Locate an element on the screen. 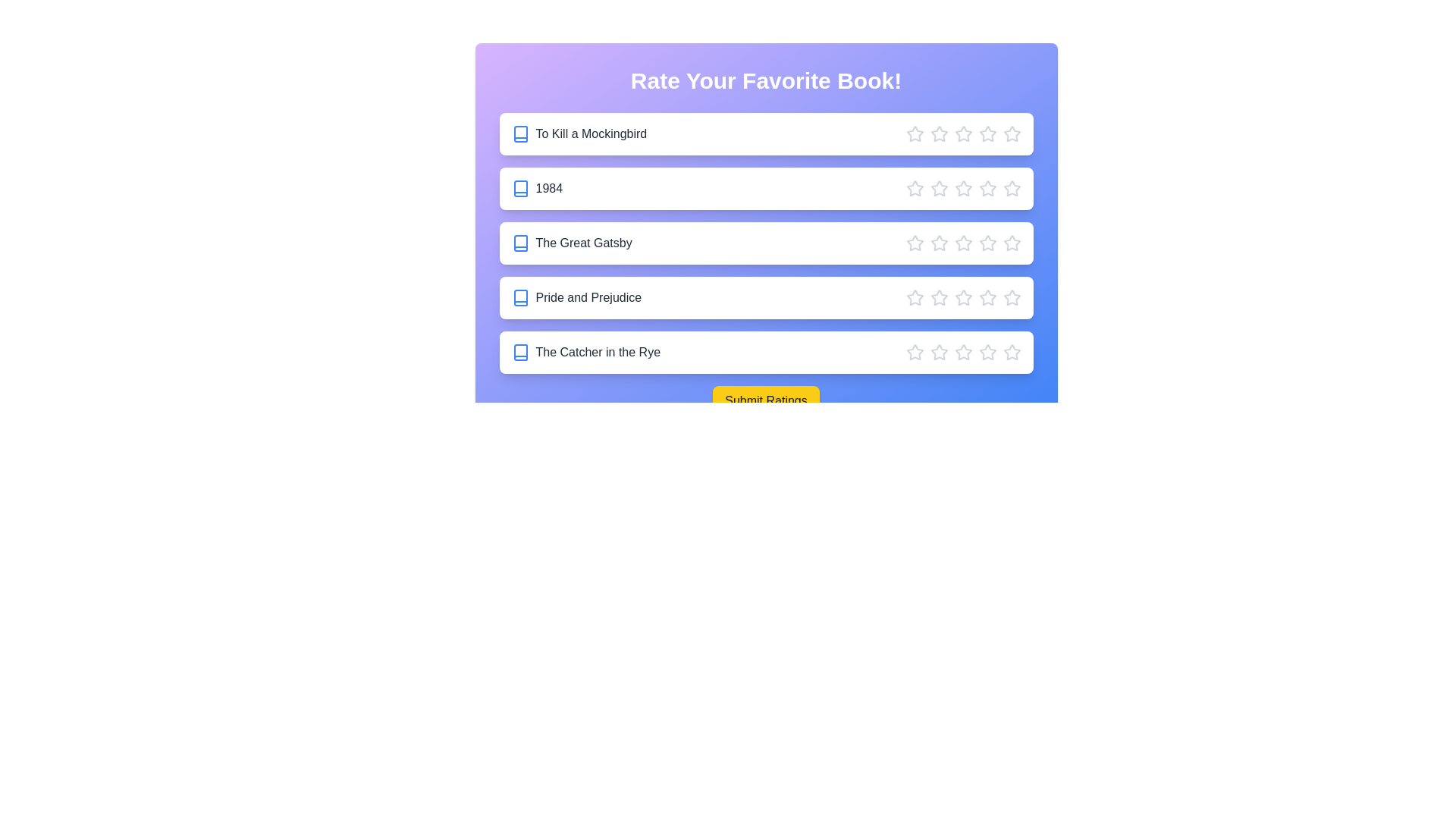  the star corresponding to 4 stars for the book The Great Gatsby is located at coordinates (987, 242).